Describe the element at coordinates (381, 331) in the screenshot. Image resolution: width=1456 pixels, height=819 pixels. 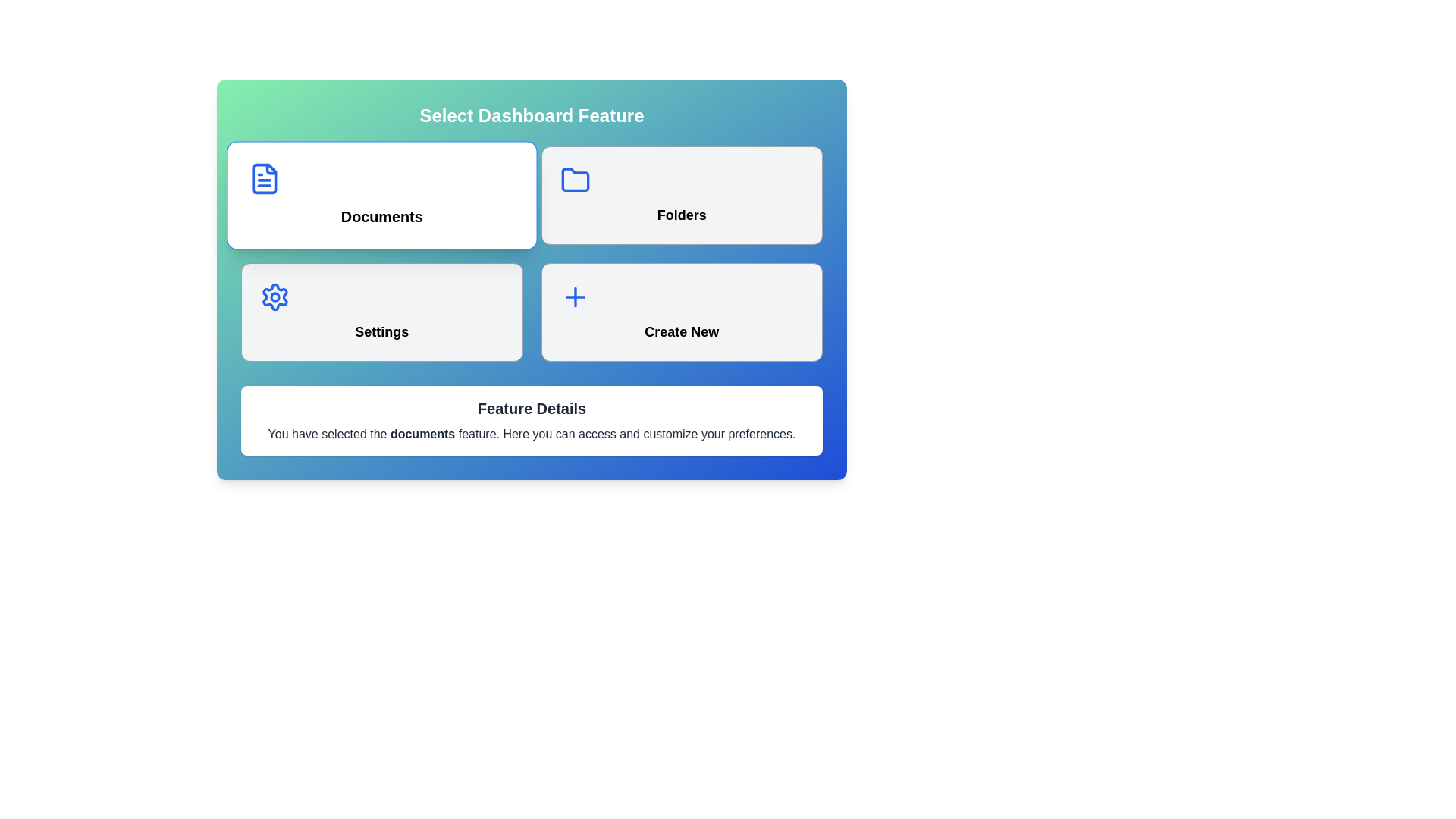
I see `text on the 'Settings' label, which is bold and located in the second row, first column of the dashboard grid layout beneath a blue gear icon` at that location.